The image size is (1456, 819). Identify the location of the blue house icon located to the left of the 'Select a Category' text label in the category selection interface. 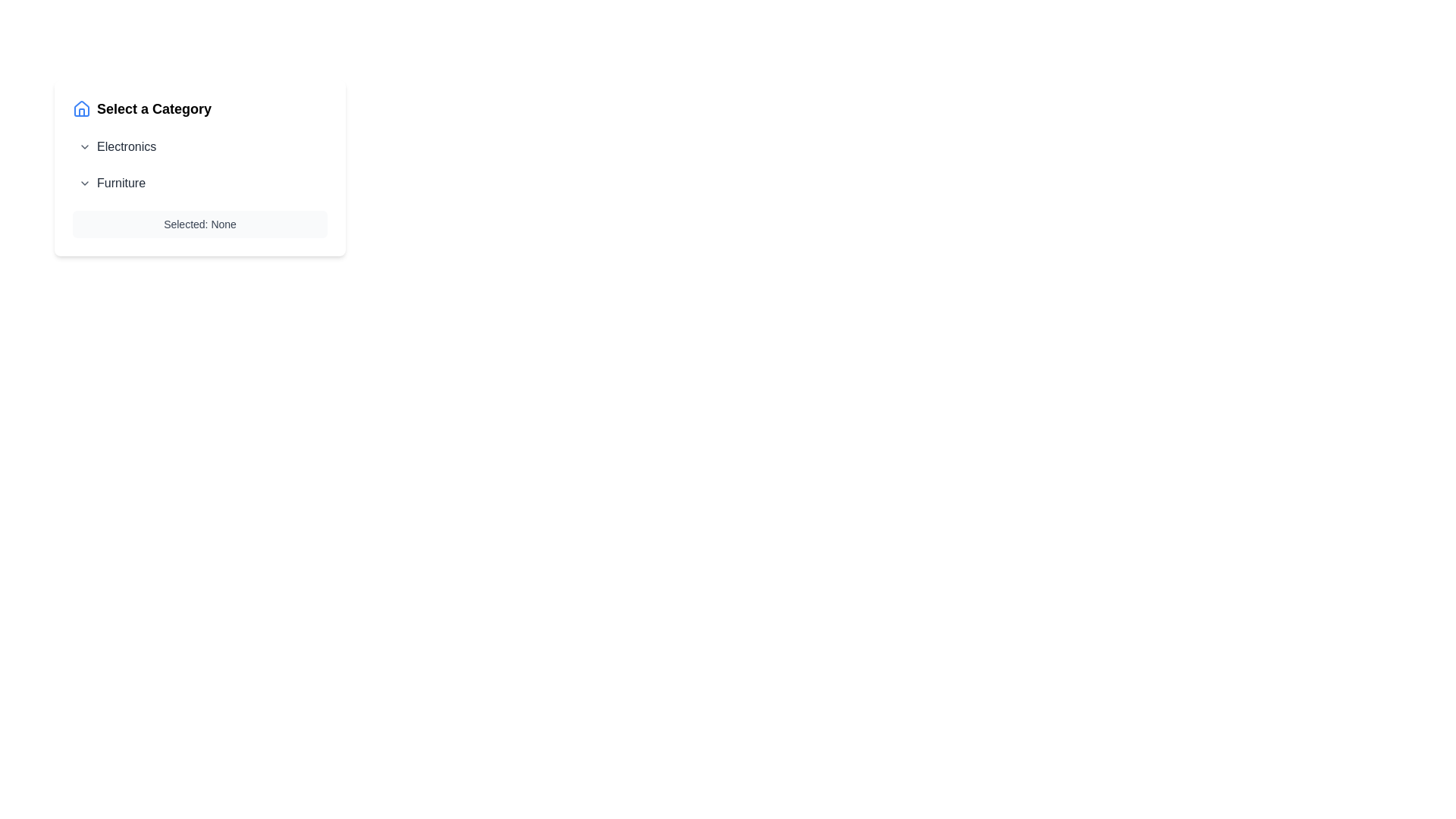
(81, 107).